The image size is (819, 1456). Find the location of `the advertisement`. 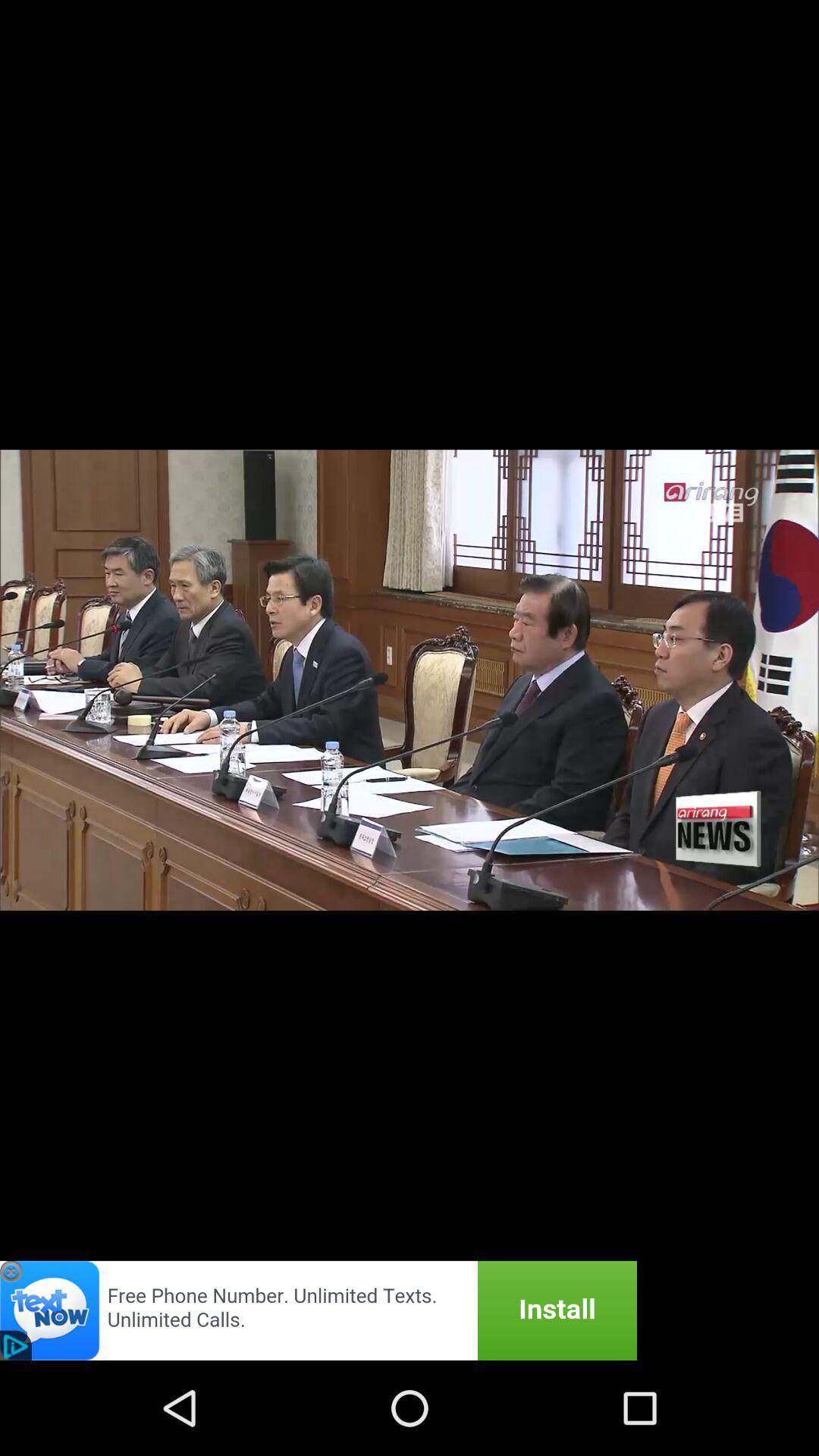

the advertisement is located at coordinates (318, 1310).